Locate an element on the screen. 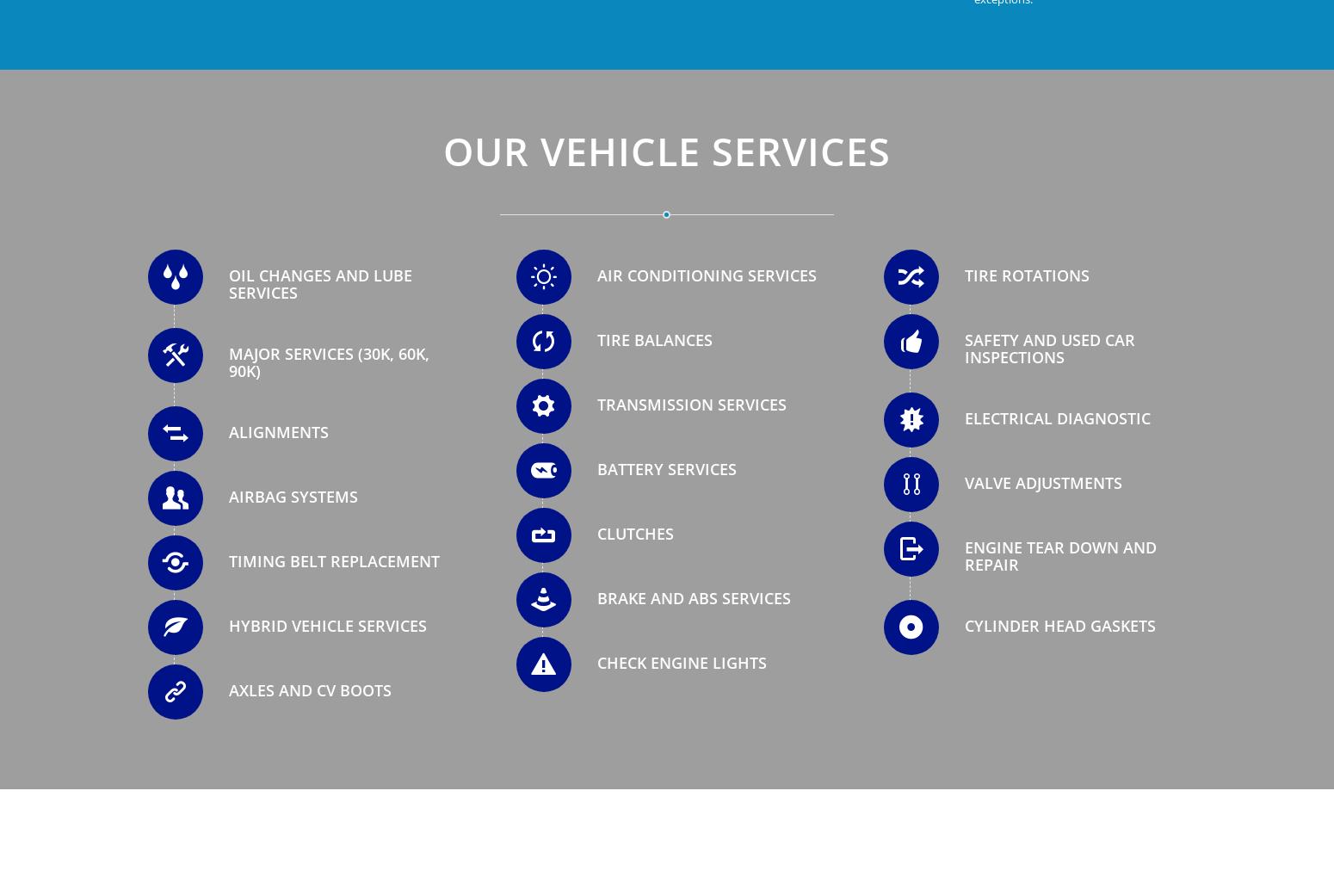 The width and height of the screenshot is (1334, 896). 'Hybrid Vehicle Services' is located at coordinates (326, 623).